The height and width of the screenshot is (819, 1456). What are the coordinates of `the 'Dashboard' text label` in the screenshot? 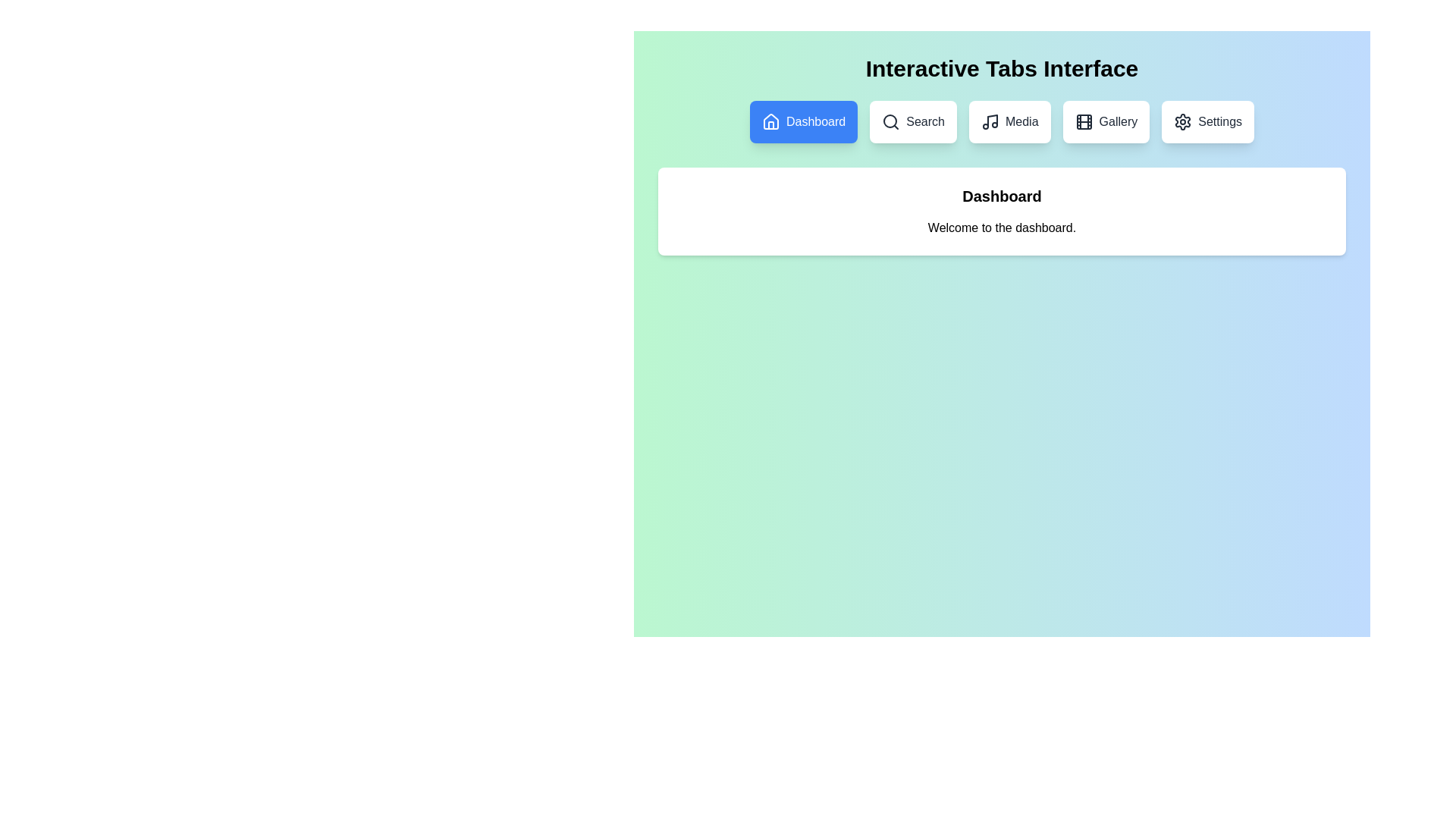 It's located at (815, 121).